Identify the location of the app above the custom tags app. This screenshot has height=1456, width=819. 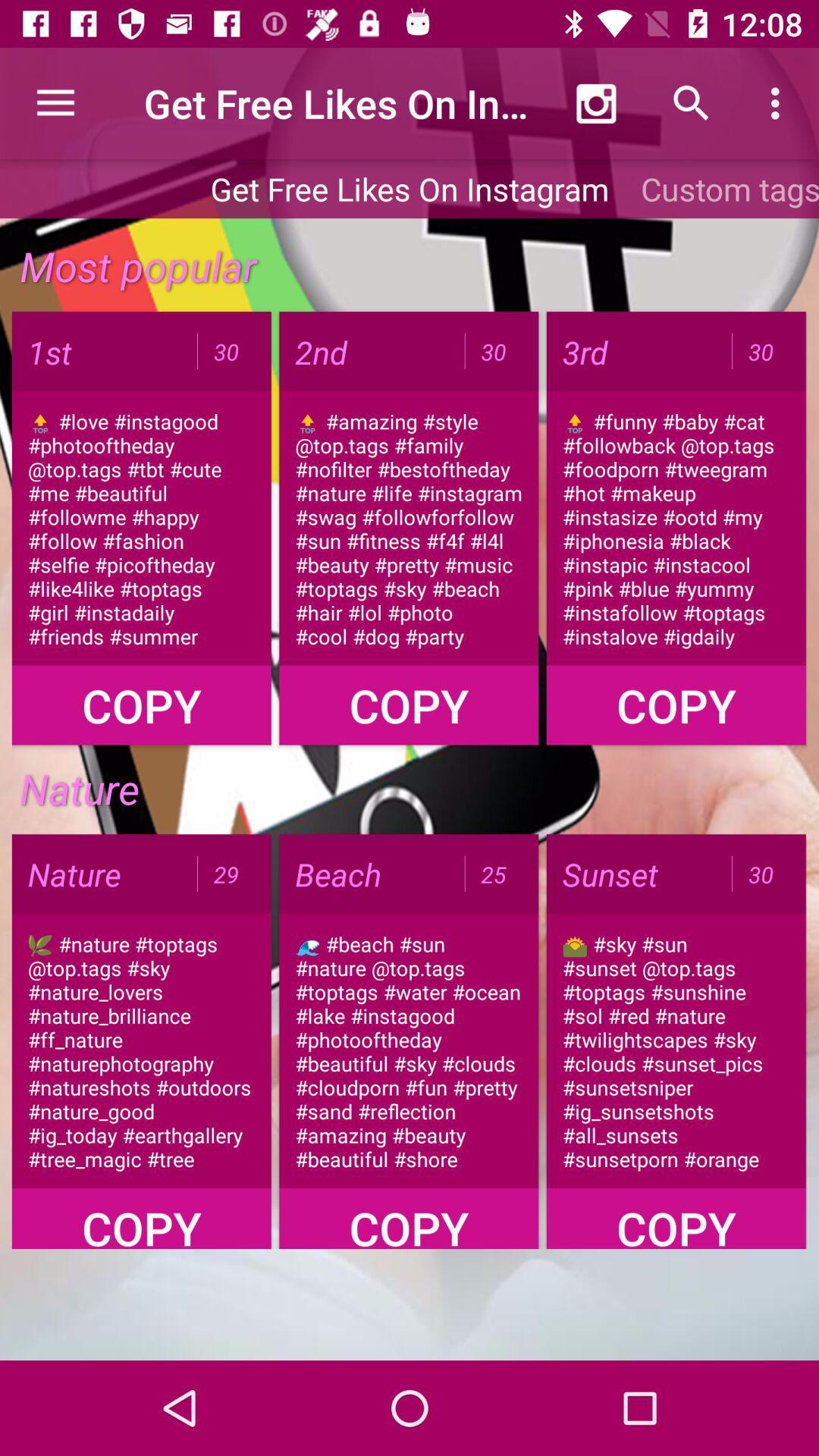
(691, 102).